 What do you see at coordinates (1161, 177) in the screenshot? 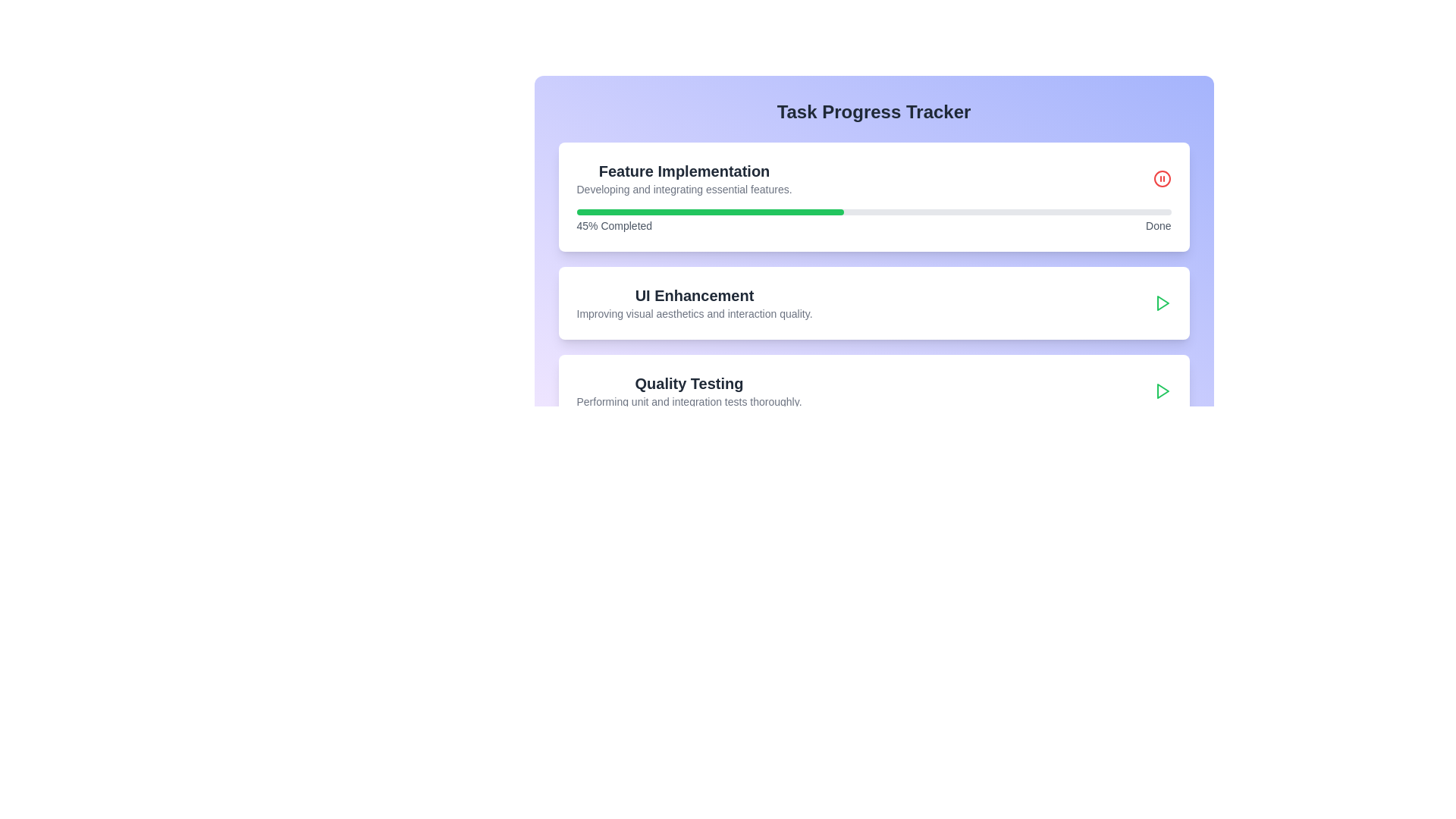
I see `the central circular feature of the pause icon, which is located in the top task card to the right of the progress bar` at bounding box center [1161, 177].